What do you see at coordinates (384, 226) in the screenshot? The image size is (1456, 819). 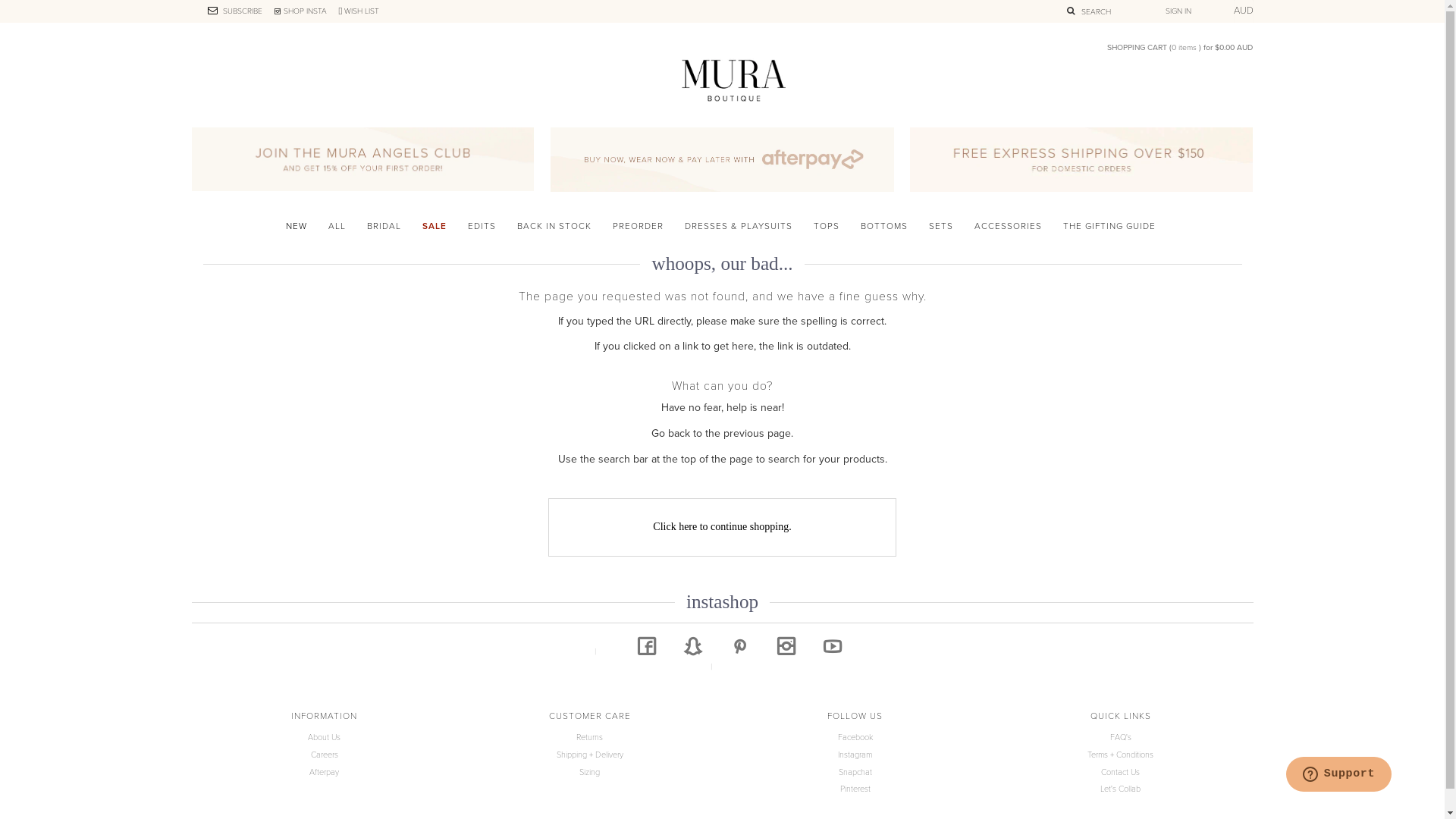 I see `'BRIDAL'` at bounding box center [384, 226].